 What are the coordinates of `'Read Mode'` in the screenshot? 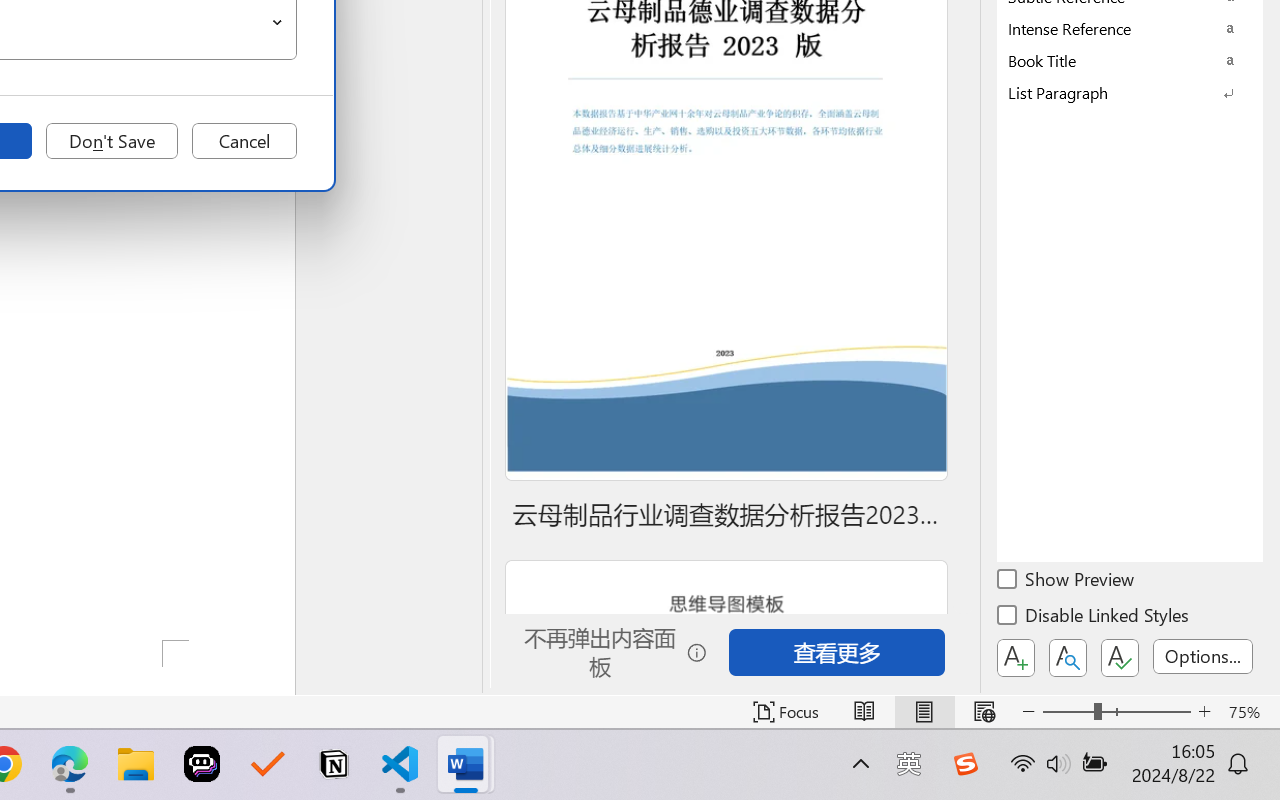 It's located at (864, 711).